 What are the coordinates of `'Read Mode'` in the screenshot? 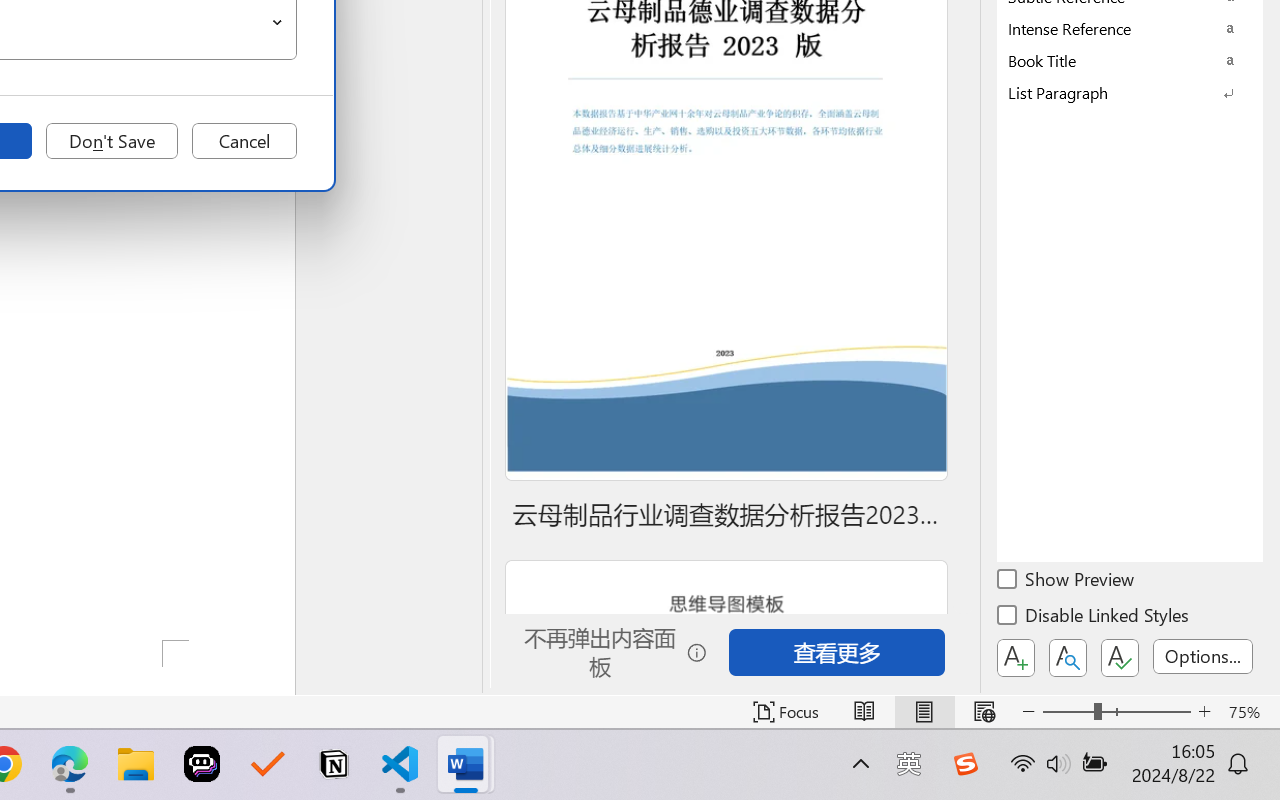 It's located at (864, 711).